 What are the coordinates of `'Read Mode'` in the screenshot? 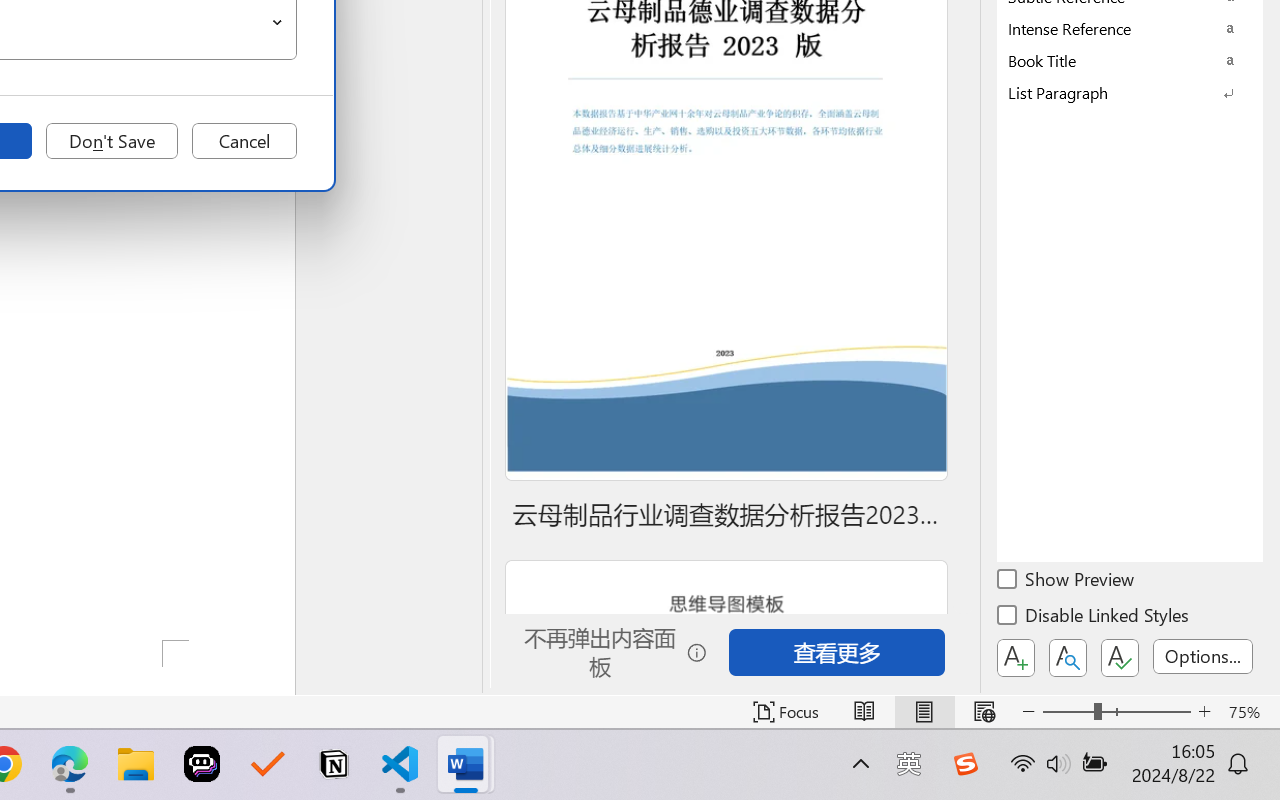 It's located at (864, 711).